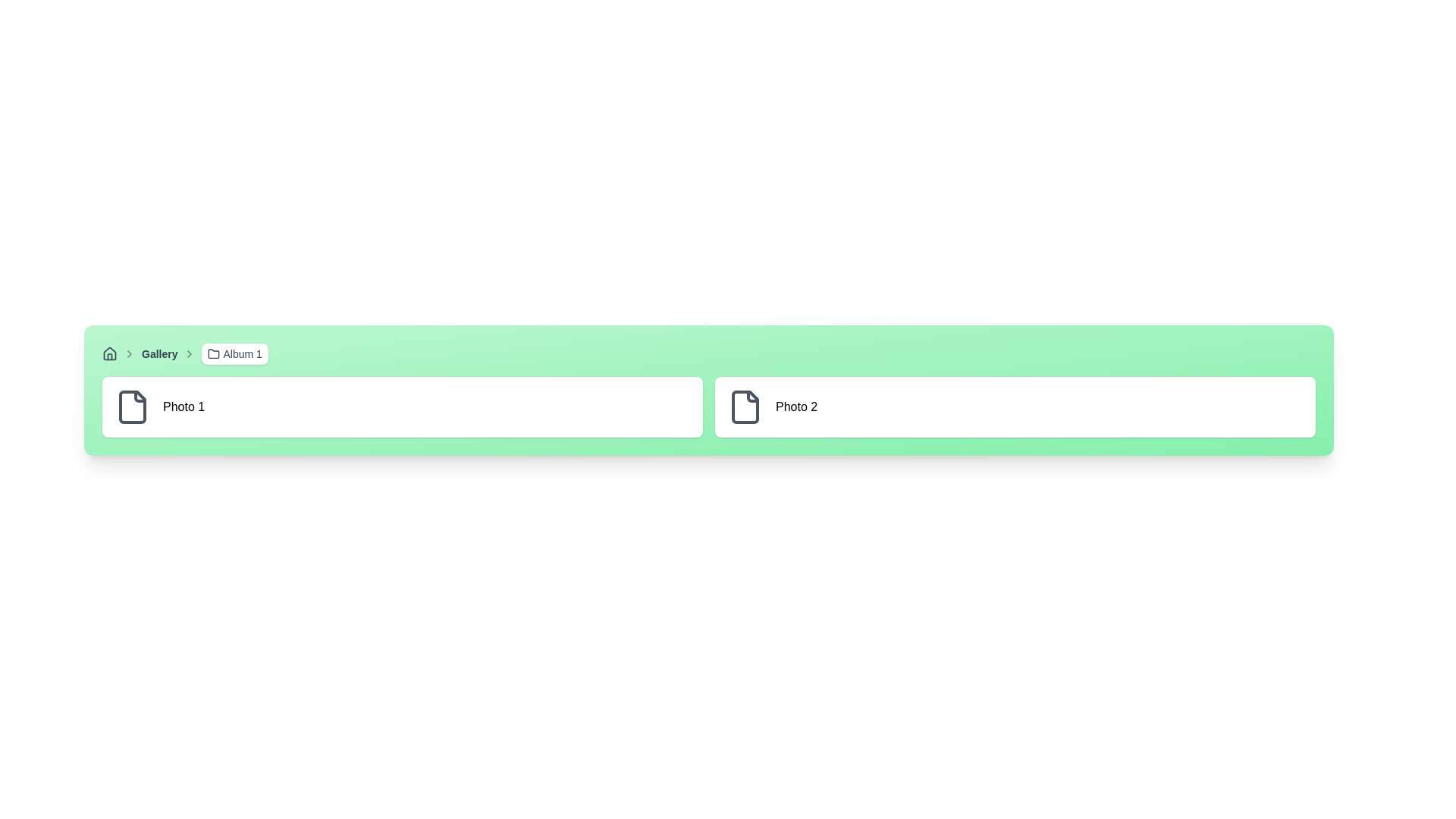  I want to click on the 'Photo 2' card in the second column of the grid, so click(1015, 406).